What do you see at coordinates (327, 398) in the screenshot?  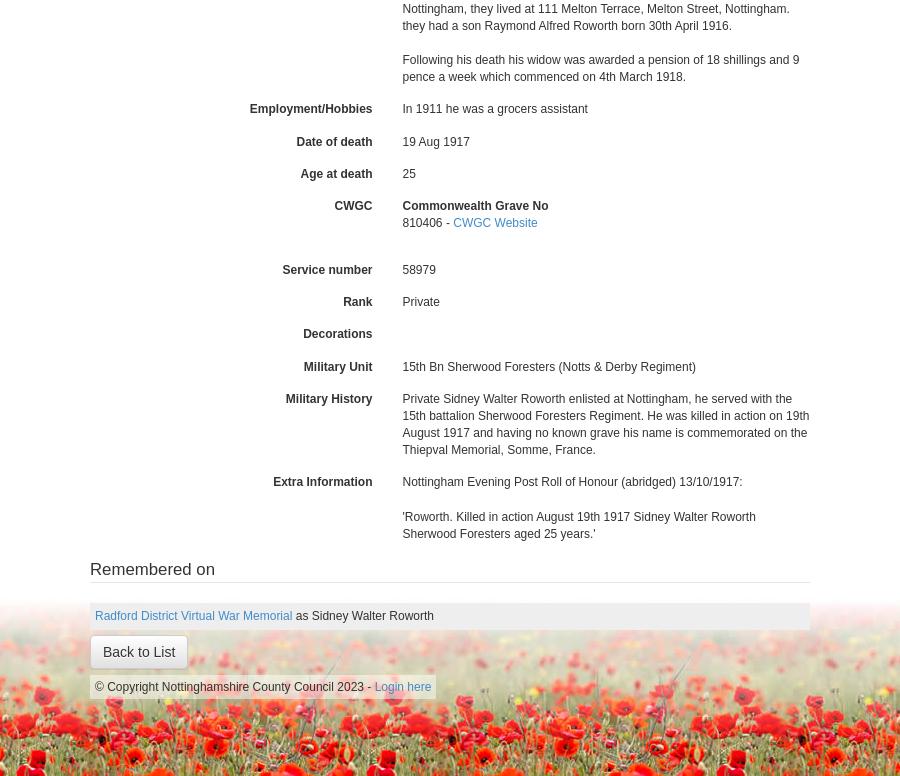 I see `'Military History'` at bounding box center [327, 398].